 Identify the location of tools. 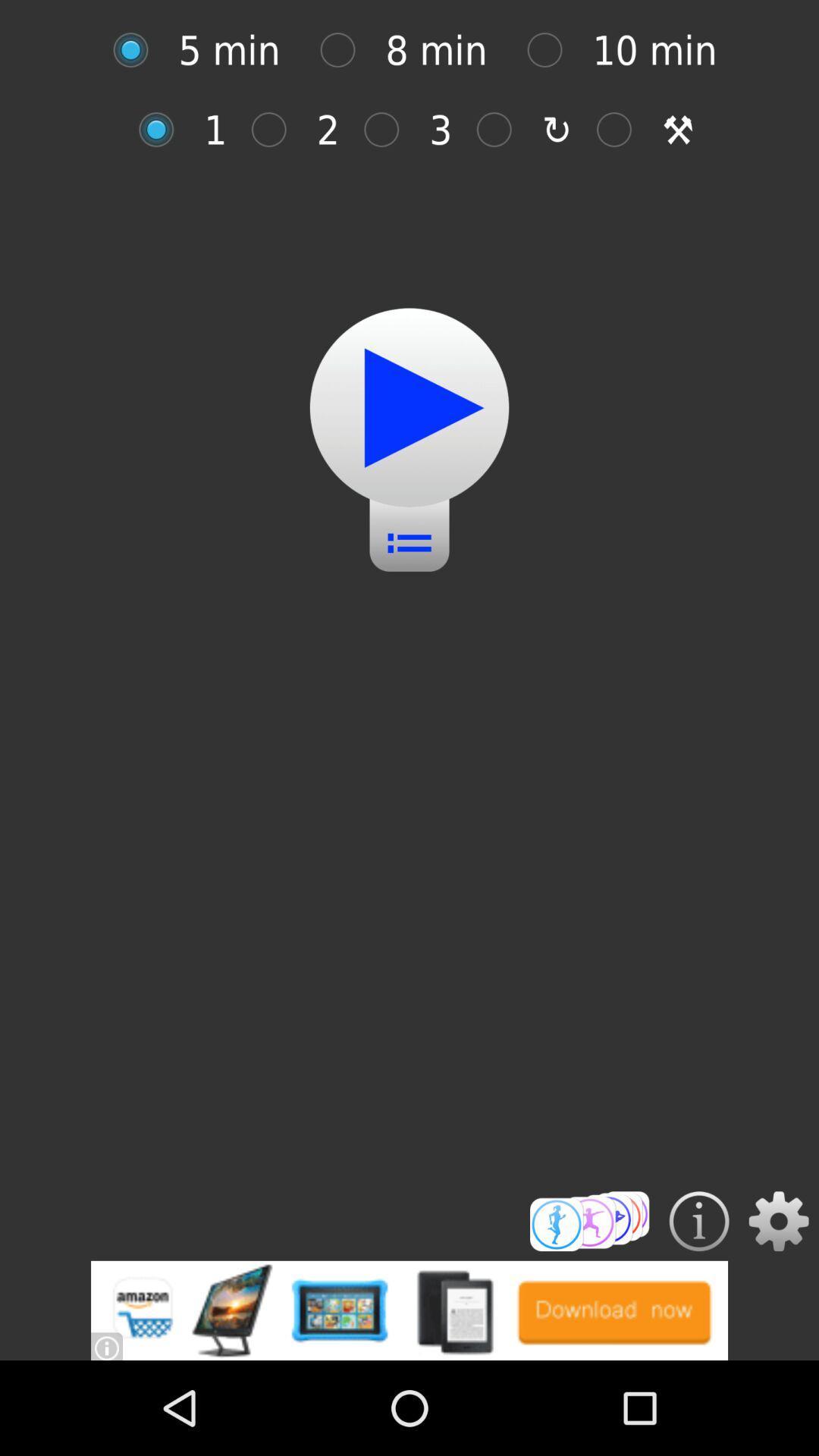
(622, 130).